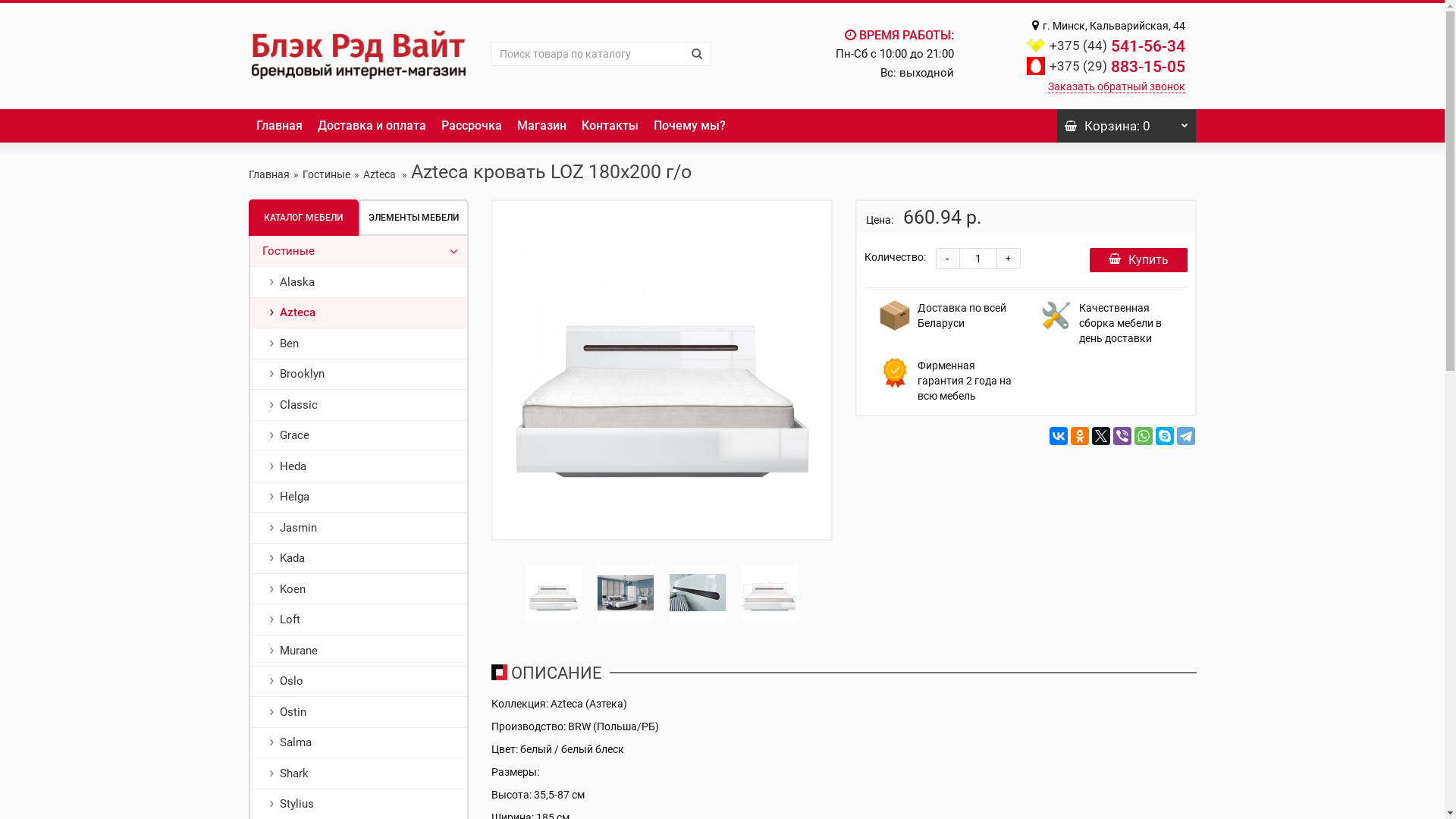  I want to click on 'Shark', so click(358, 773).